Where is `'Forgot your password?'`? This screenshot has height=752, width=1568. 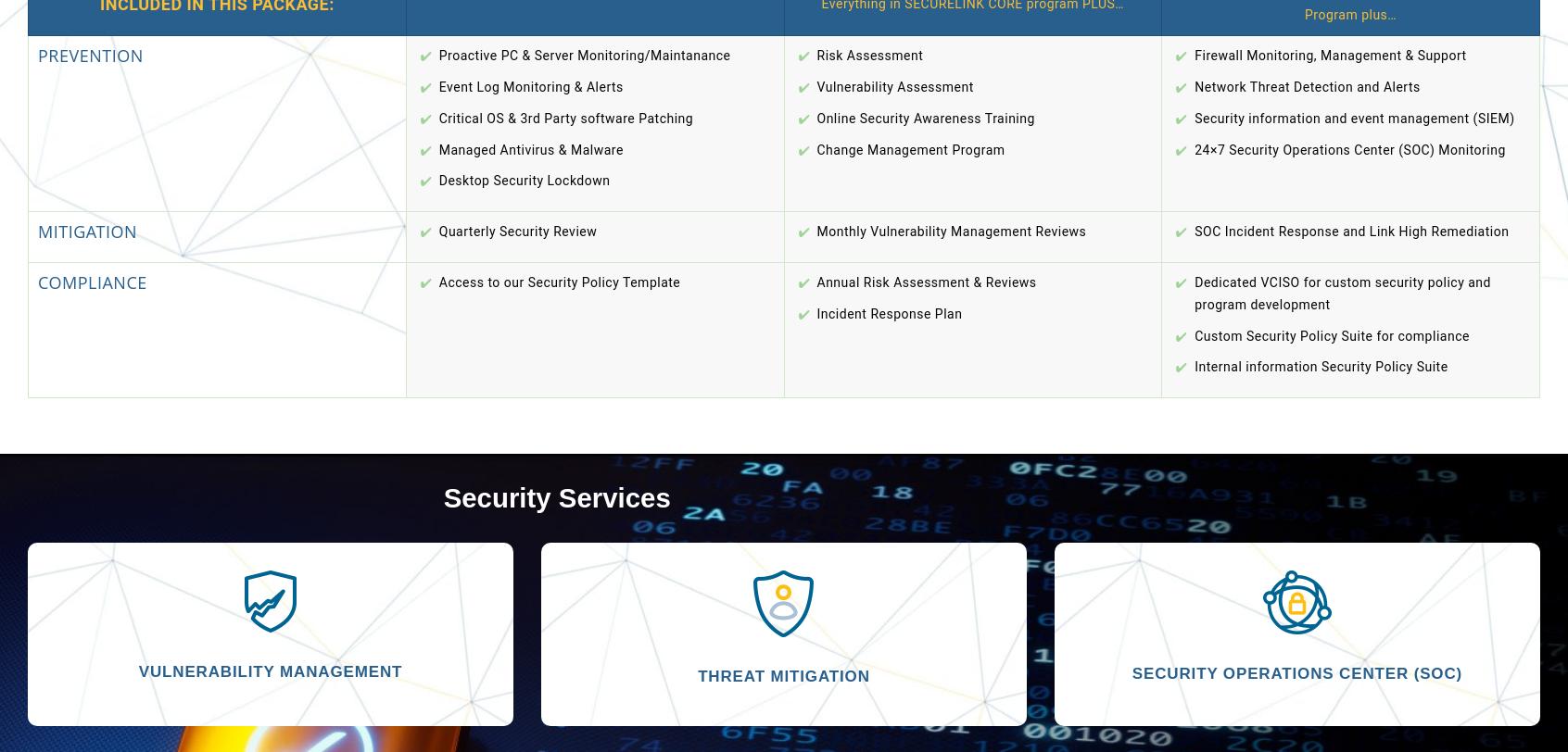
'Forgot your password?' is located at coordinates (429, 188).